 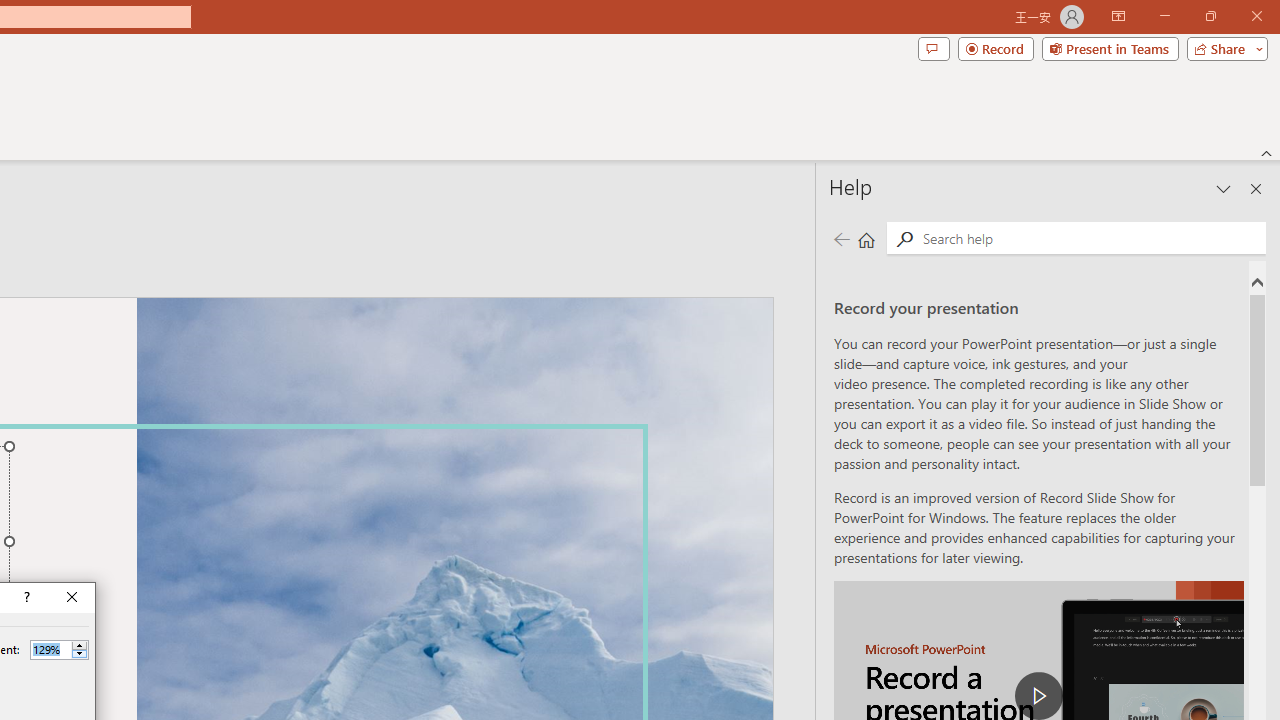 What do you see at coordinates (59, 650) in the screenshot?
I see `'Percent'` at bounding box center [59, 650].